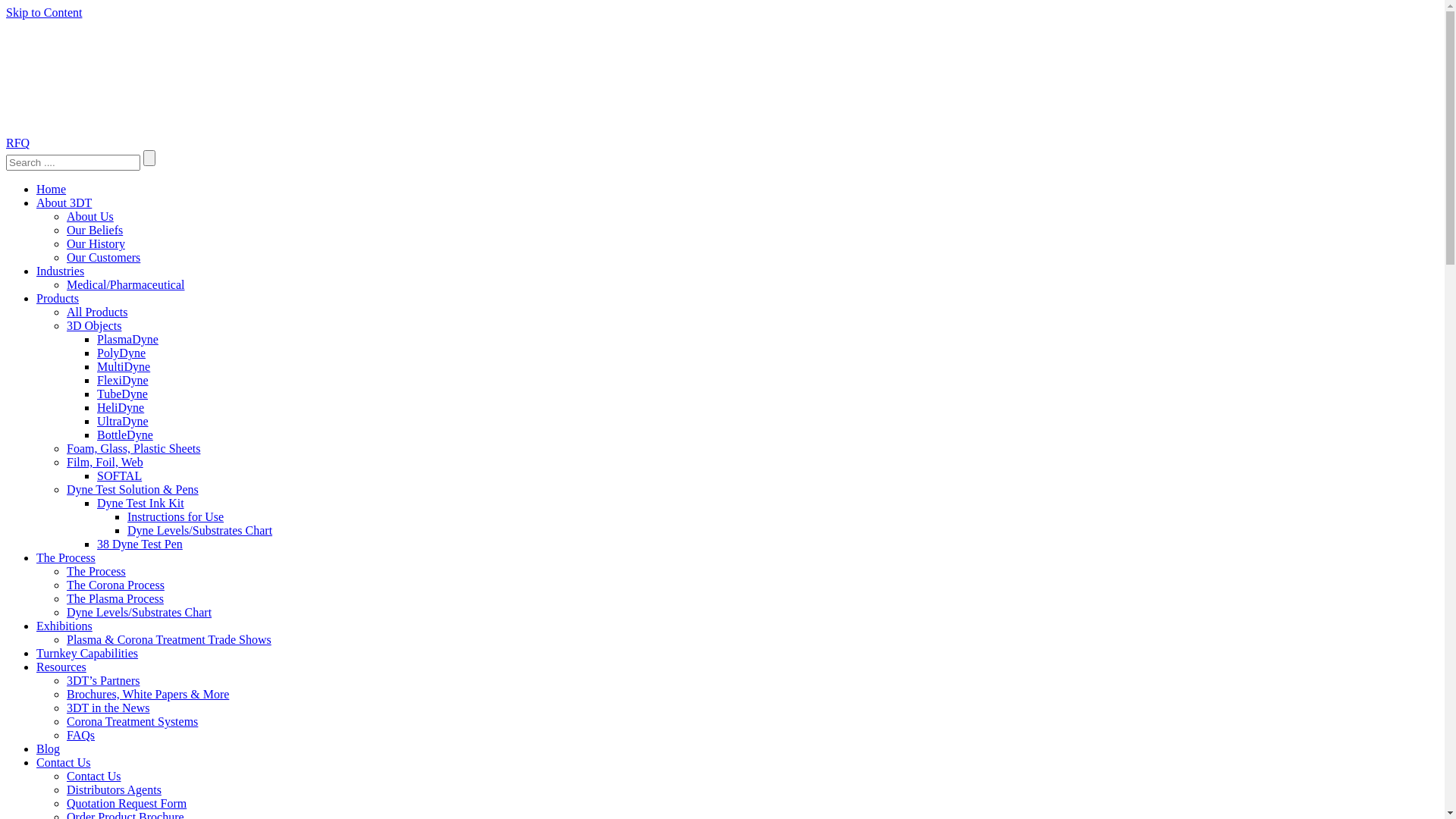 This screenshot has height=819, width=1456. What do you see at coordinates (95, 243) in the screenshot?
I see `'Our History'` at bounding box center [95, 243].